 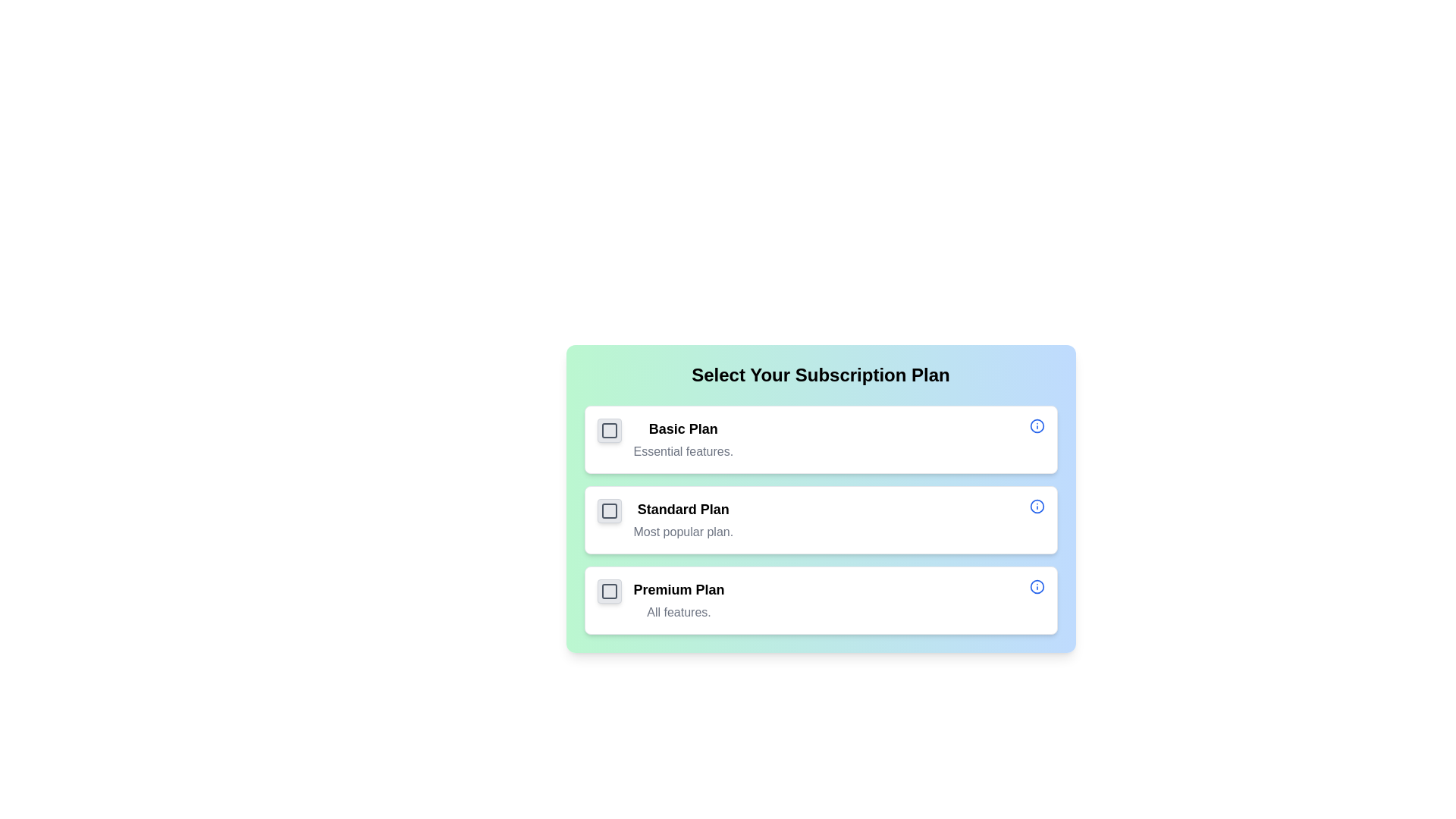 What do you see at coordinates (682, 509) in the screenshot?
I see `the 'Standard Plan' subscription title text label, which is located centrally at the top-left of the subscription card, indicating the name of the plan` at bounding box center [682, 509].